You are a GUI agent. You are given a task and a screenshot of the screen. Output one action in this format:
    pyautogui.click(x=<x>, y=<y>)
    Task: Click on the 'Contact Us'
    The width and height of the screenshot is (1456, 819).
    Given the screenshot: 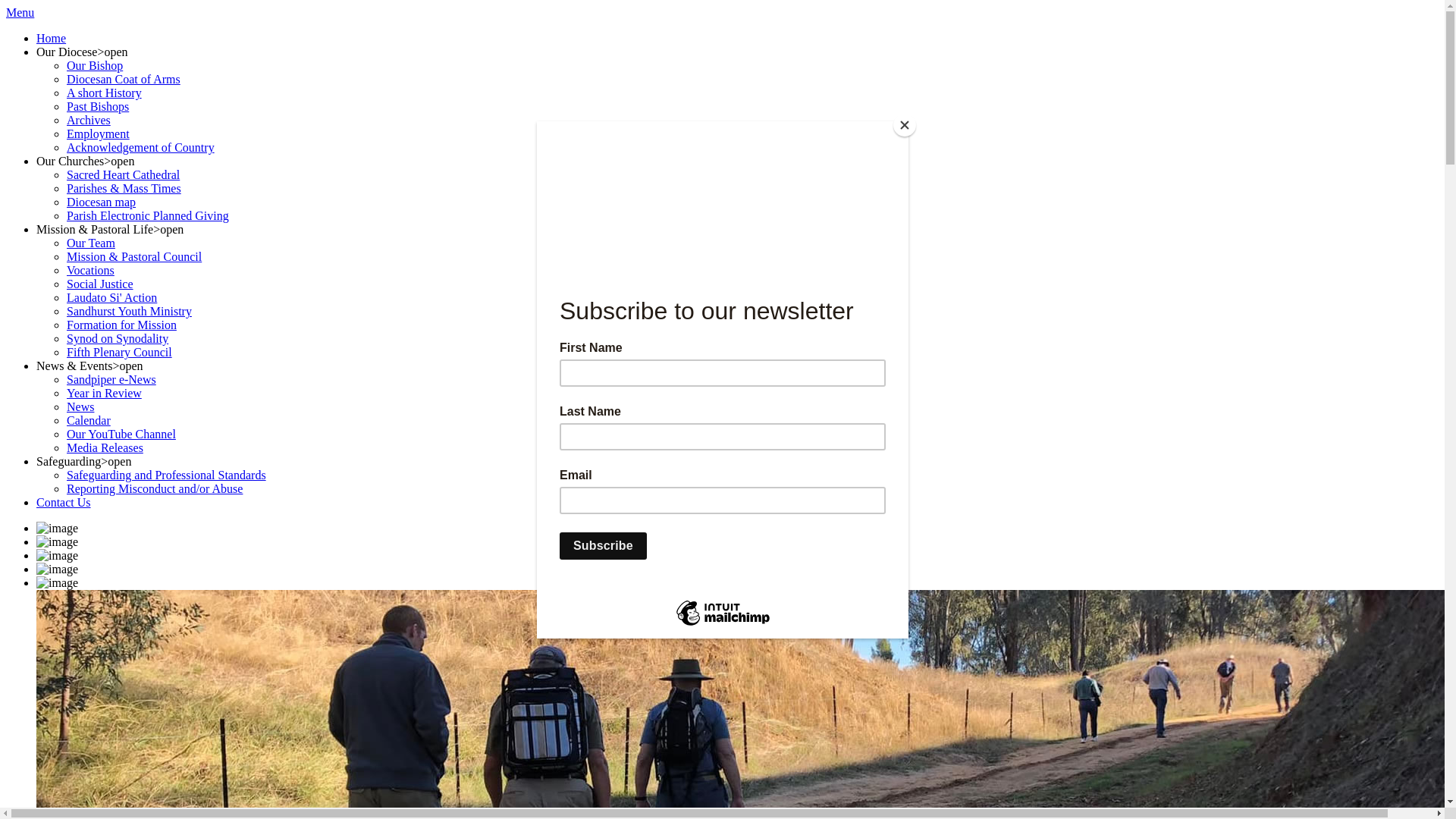 What is the action you would take?
    pyautogui.click(x=62, y=502)
    